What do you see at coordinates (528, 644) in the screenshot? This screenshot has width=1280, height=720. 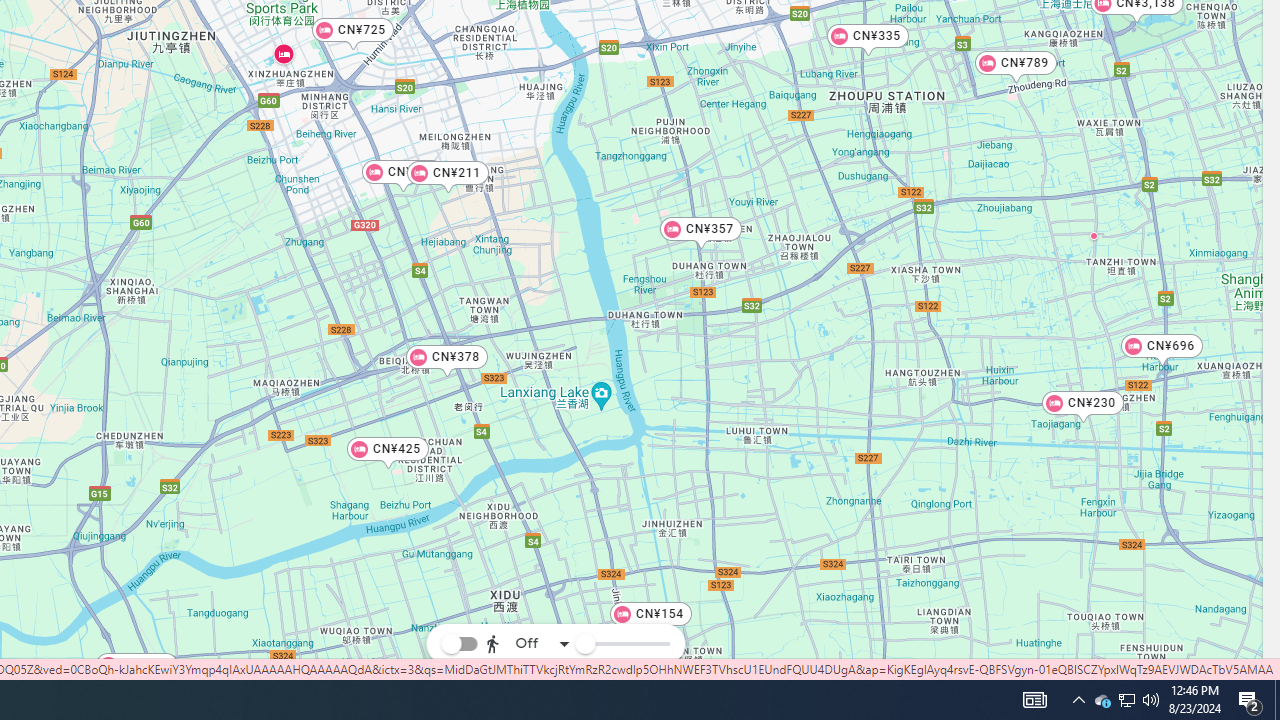 I see `'Off'` at bounding box center [528, 644].